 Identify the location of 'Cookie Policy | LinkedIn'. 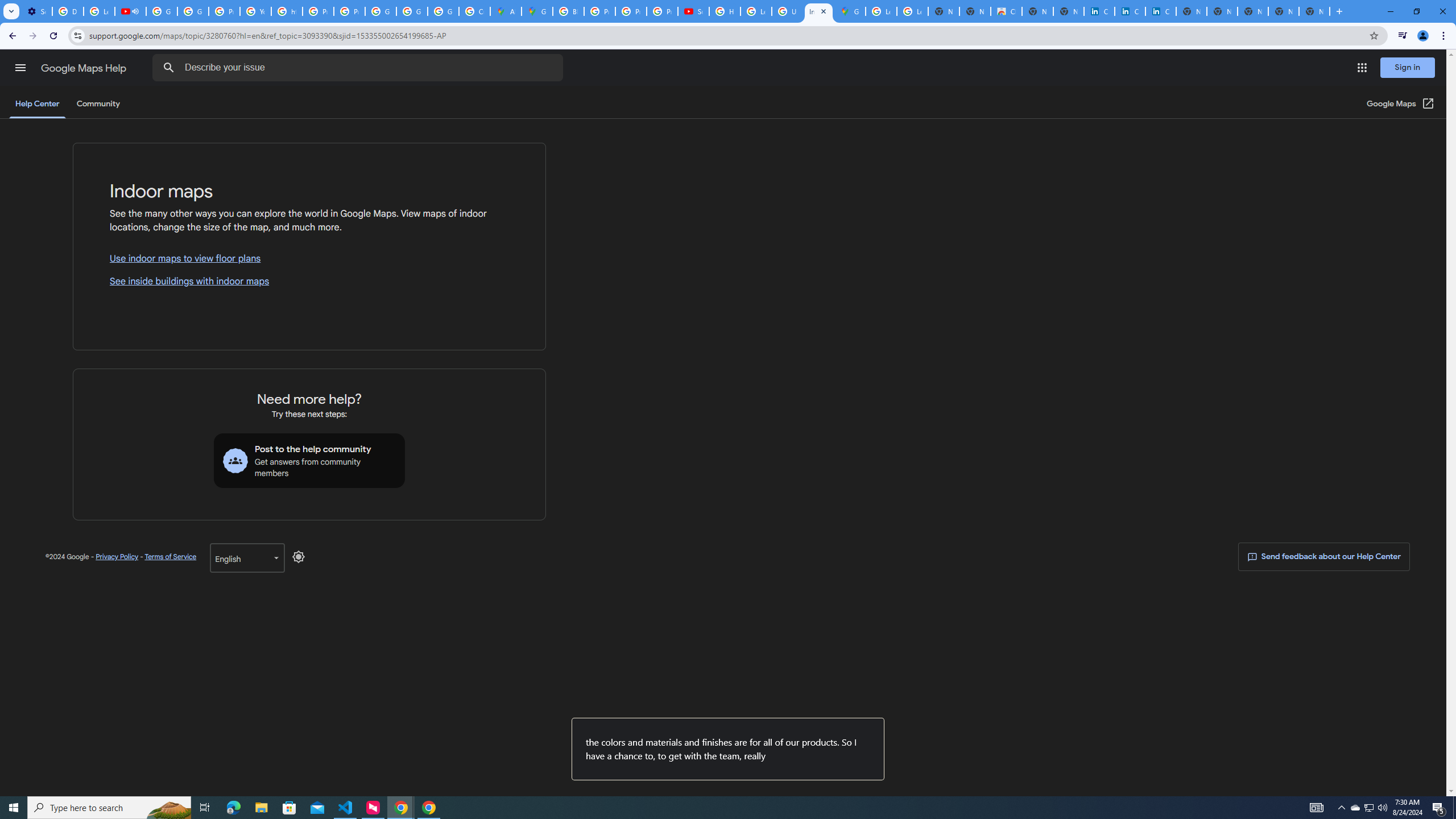
(1129, 11).